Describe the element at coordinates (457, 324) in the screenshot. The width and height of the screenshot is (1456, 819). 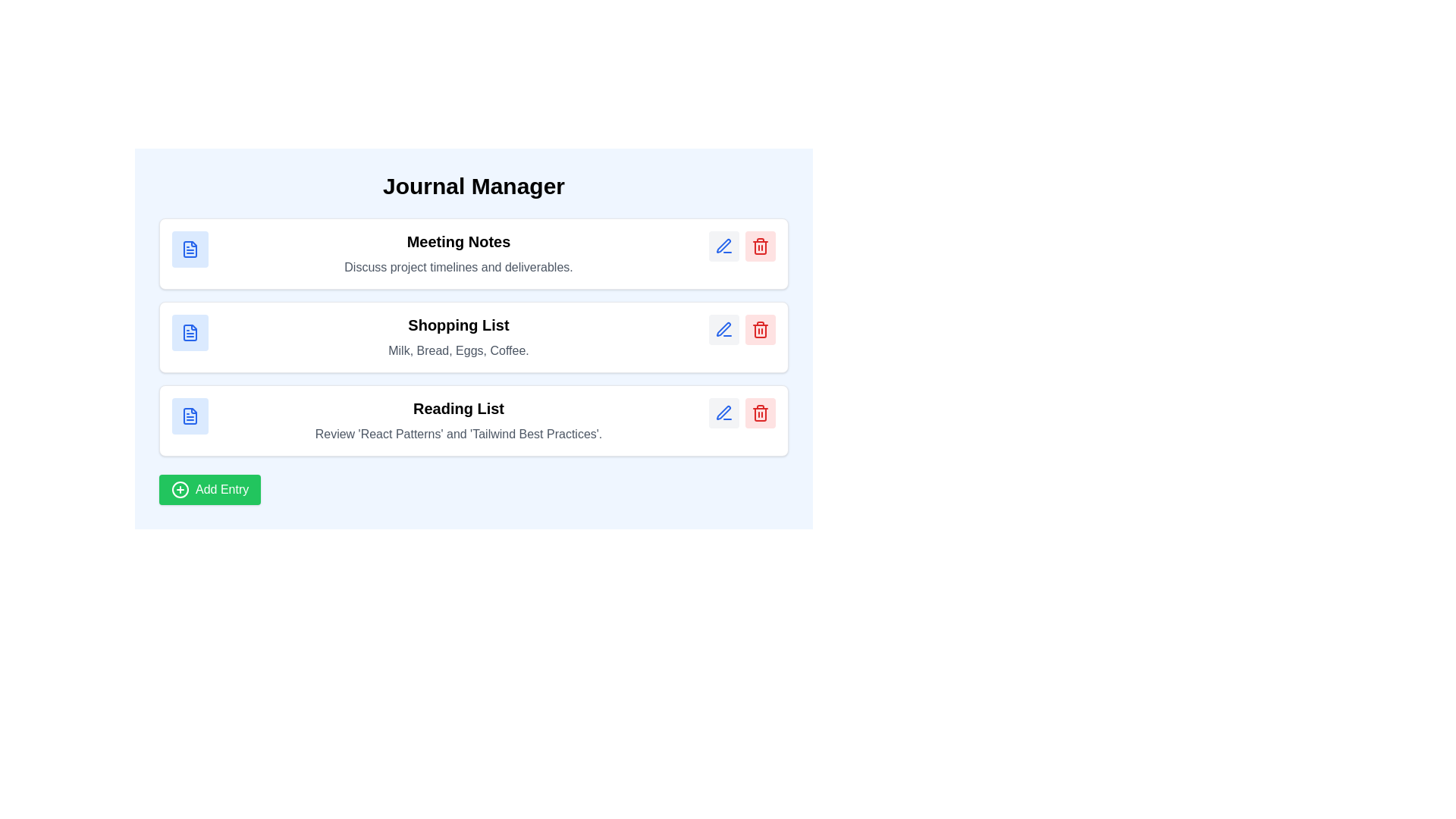
I see `'Shopping List' header text, which is prominently displayed in a large, bold font above the list of items in a structured layout` at that location.